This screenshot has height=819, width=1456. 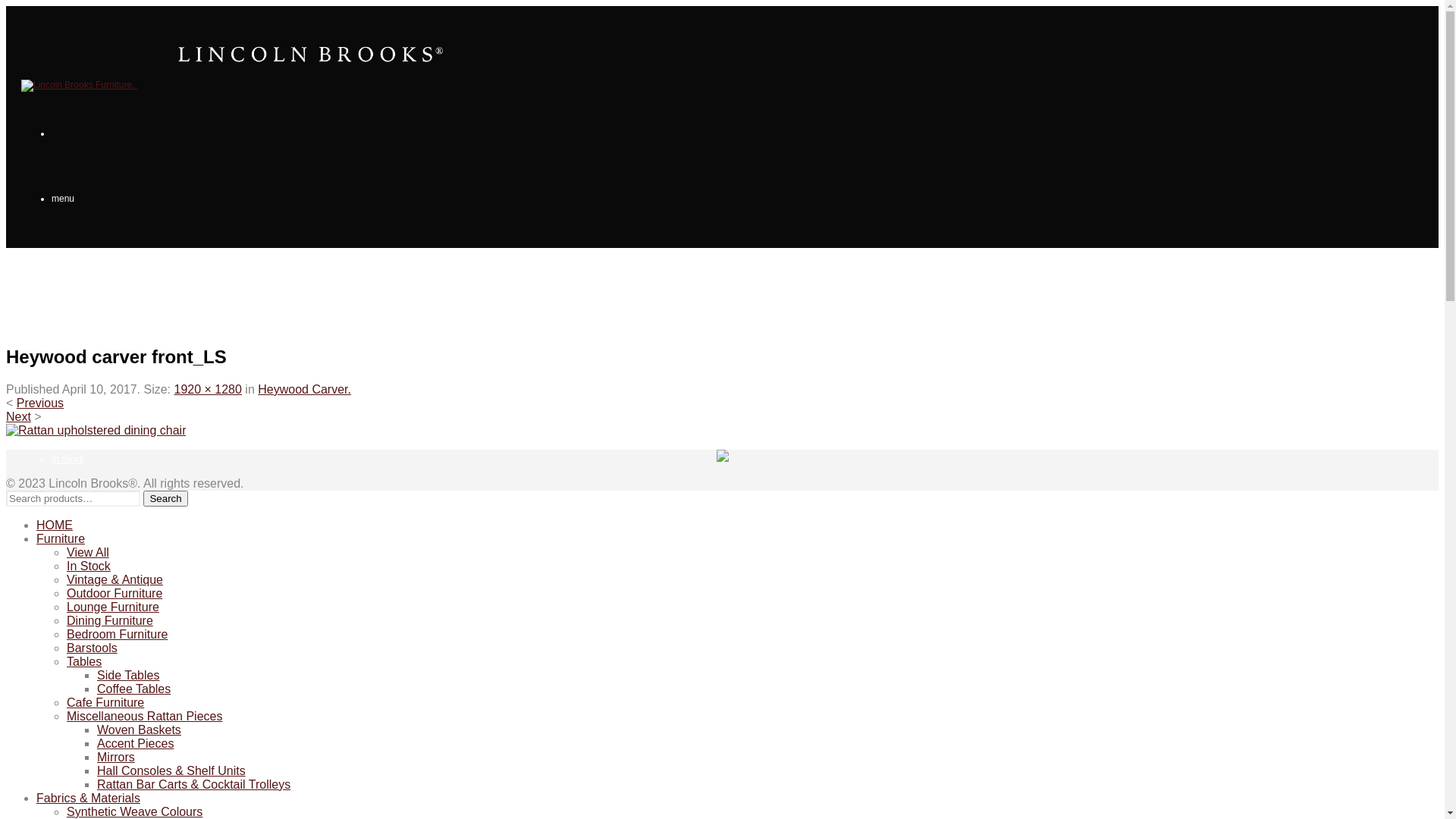 I want to click on 'In Stock', so click(x=67, y=458).